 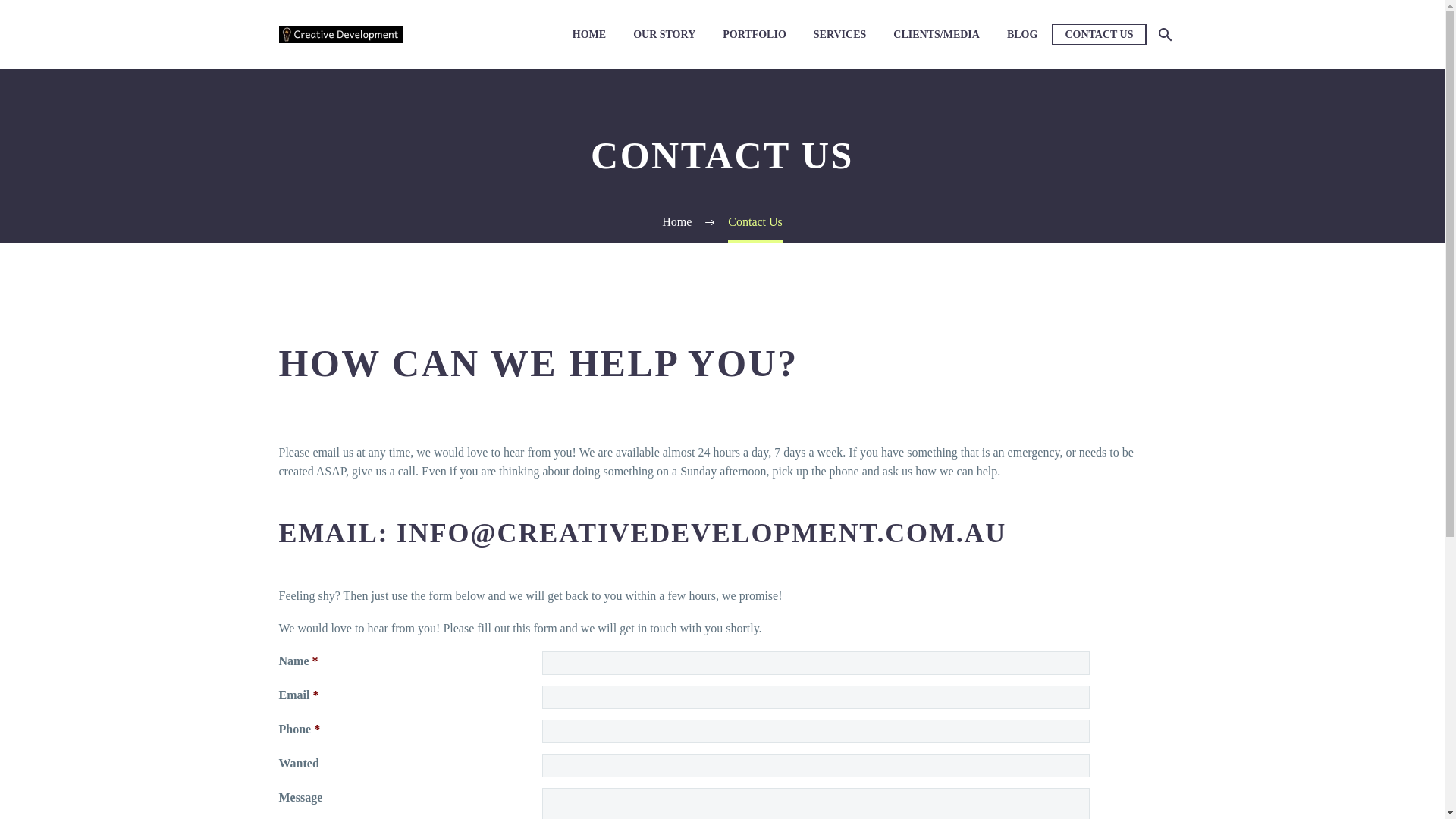 What do you see at coordinates (676, 221) in the screenshot?
I see `'Home'` at bounding box center [676, 221].